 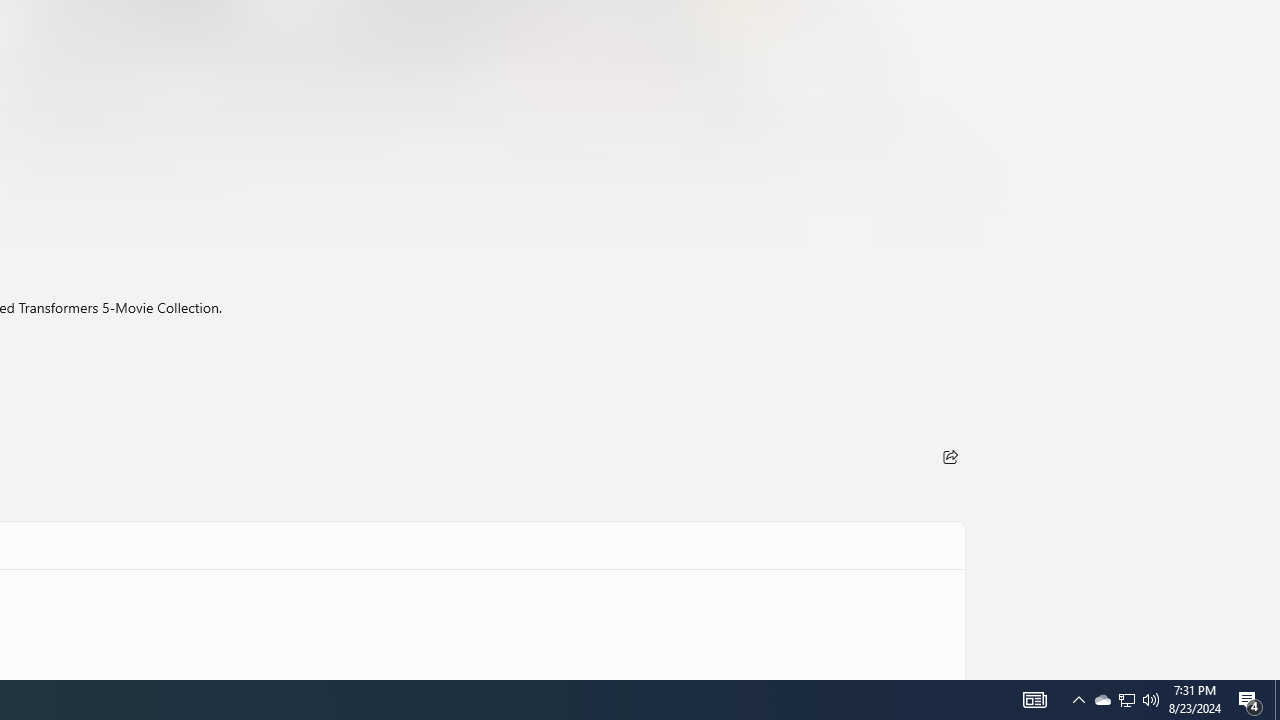 I want to click on 'Share', so click(x=949, y=456).